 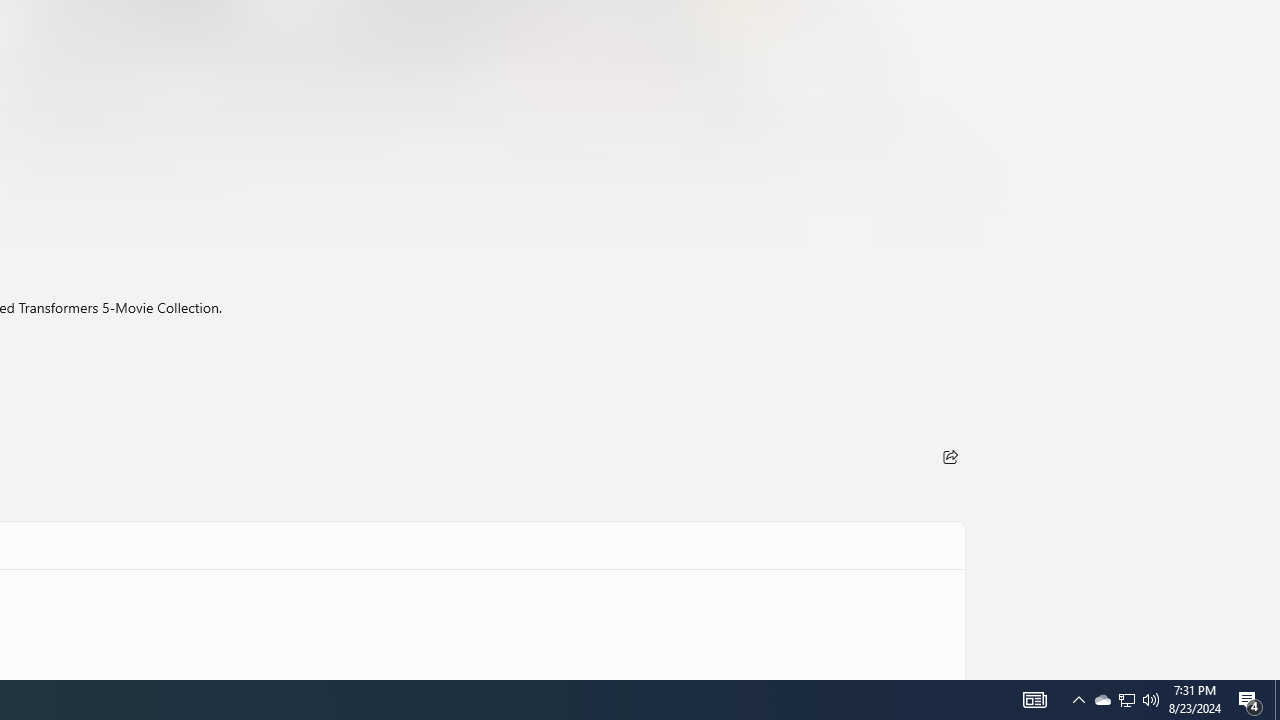 I want to click on 'Share', so click(x=949, y=456).